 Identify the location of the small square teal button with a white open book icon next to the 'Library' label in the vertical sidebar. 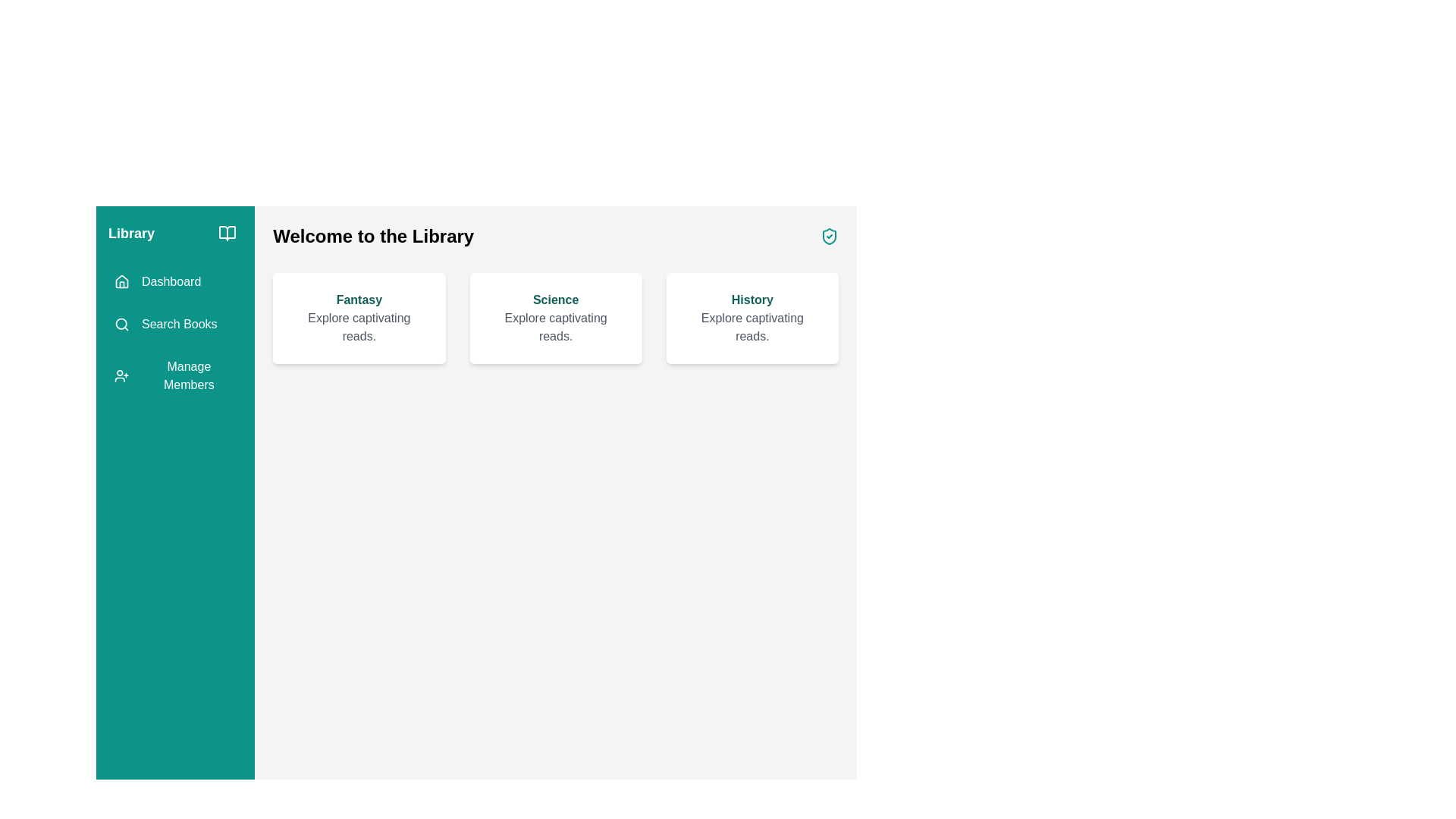
(227, 234).